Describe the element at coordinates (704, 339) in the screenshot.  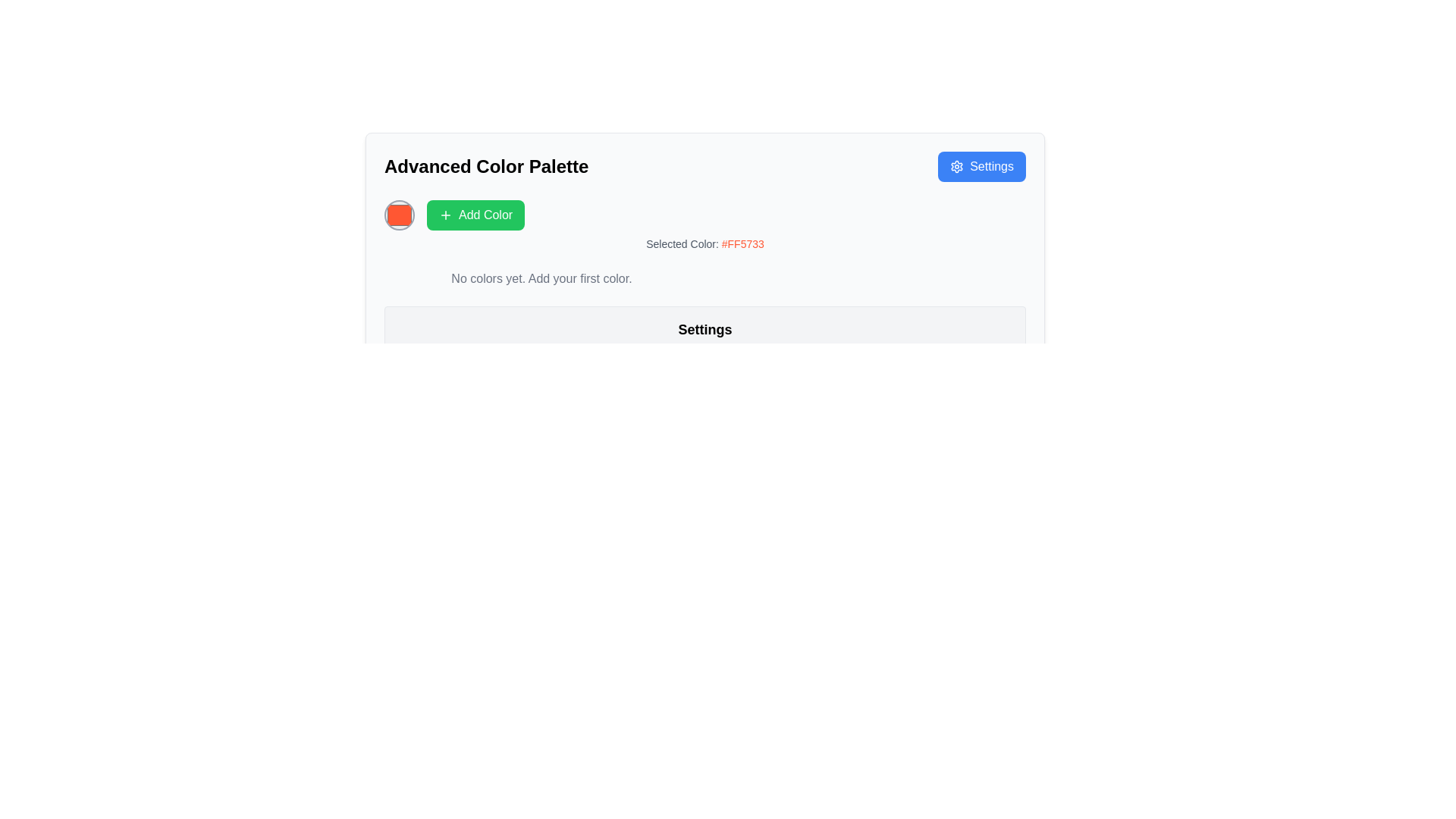
I see `the Informational panel titled 'Settings' which contains the description 'Customize your color palette experience.'` at that location.